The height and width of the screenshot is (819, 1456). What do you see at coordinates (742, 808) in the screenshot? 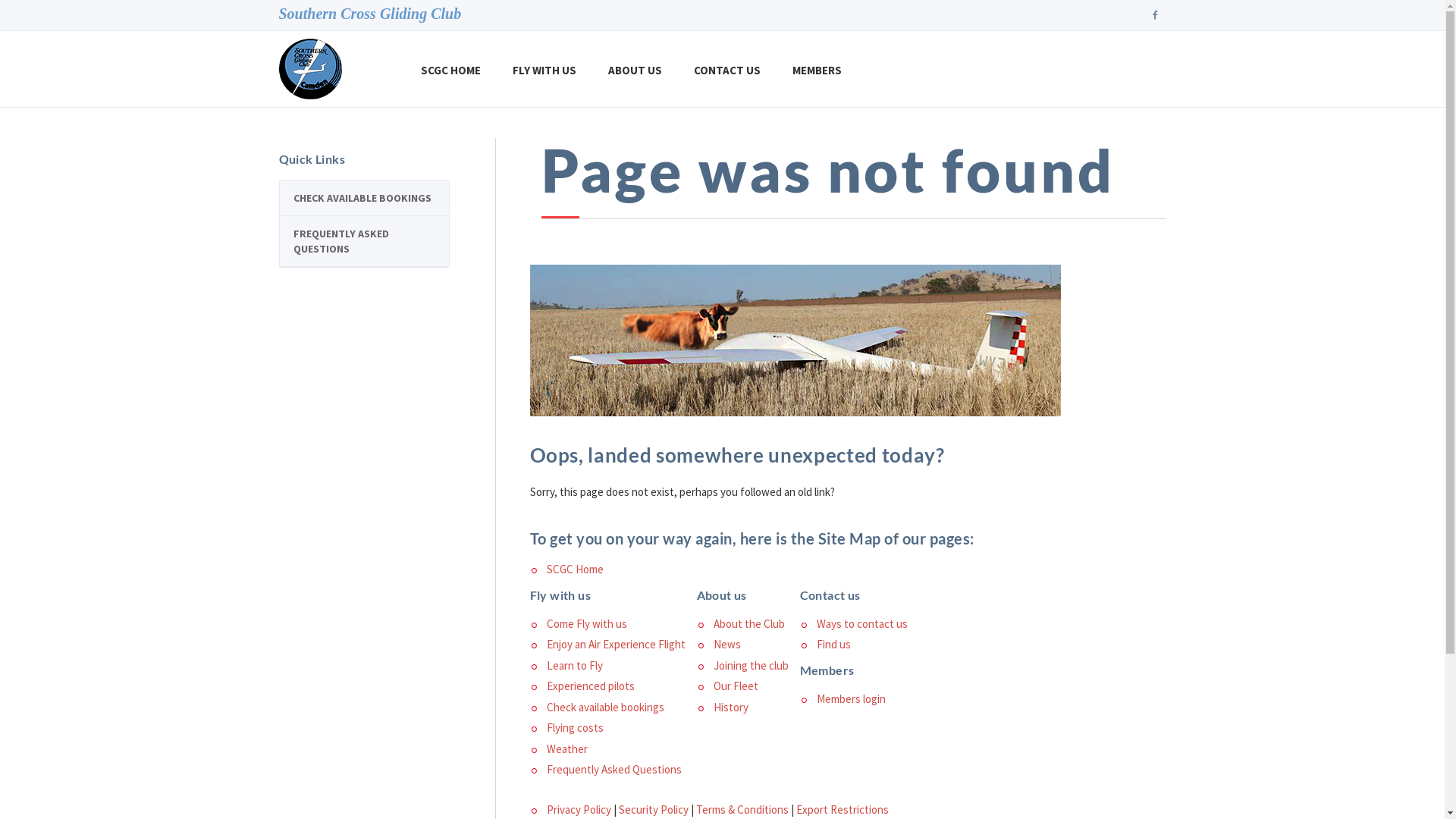
I see `'Terms & Conditions'` at bounding box center [742, 808].